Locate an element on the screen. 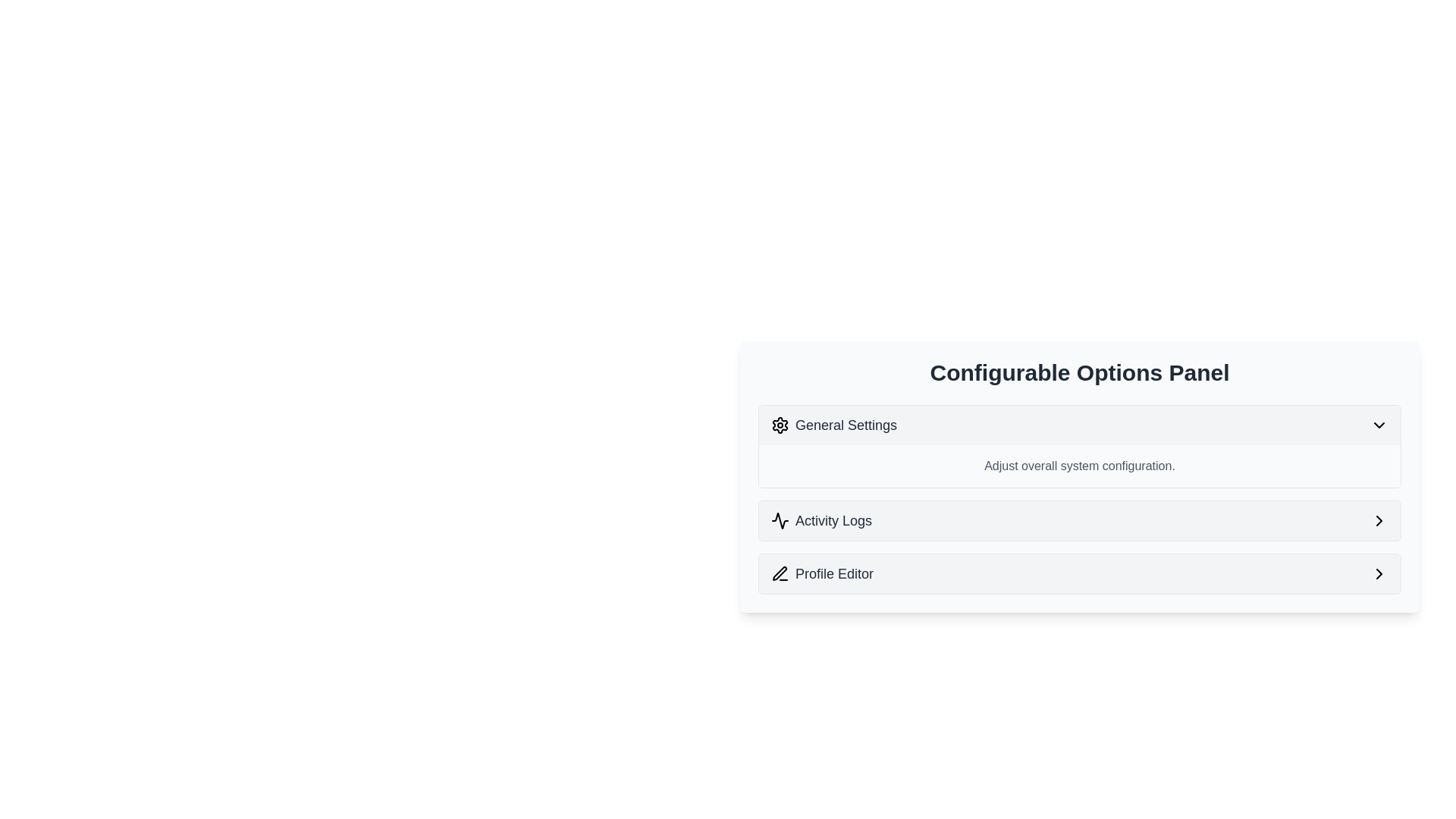  the text label in the 'Configurable Options Panel' that serves as a title or navigation link for accessing general settings options is located at coordinates (846, 425).